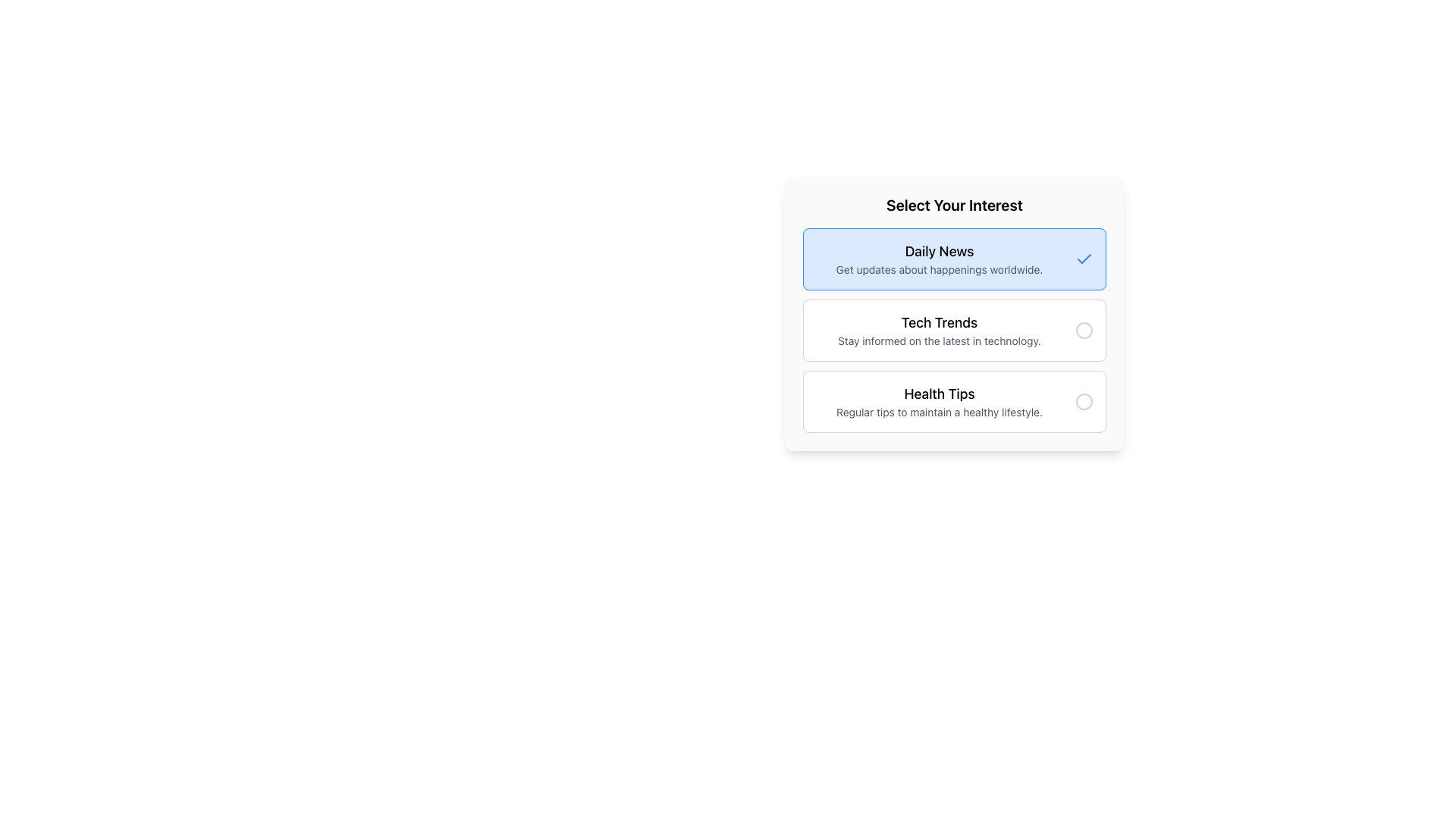  Describe the element at coordinates (1084, 400) in the screenshot. I see `the 'Health Tips' radio button, which is the third option in the 'Select Your Interest' section` at that location.